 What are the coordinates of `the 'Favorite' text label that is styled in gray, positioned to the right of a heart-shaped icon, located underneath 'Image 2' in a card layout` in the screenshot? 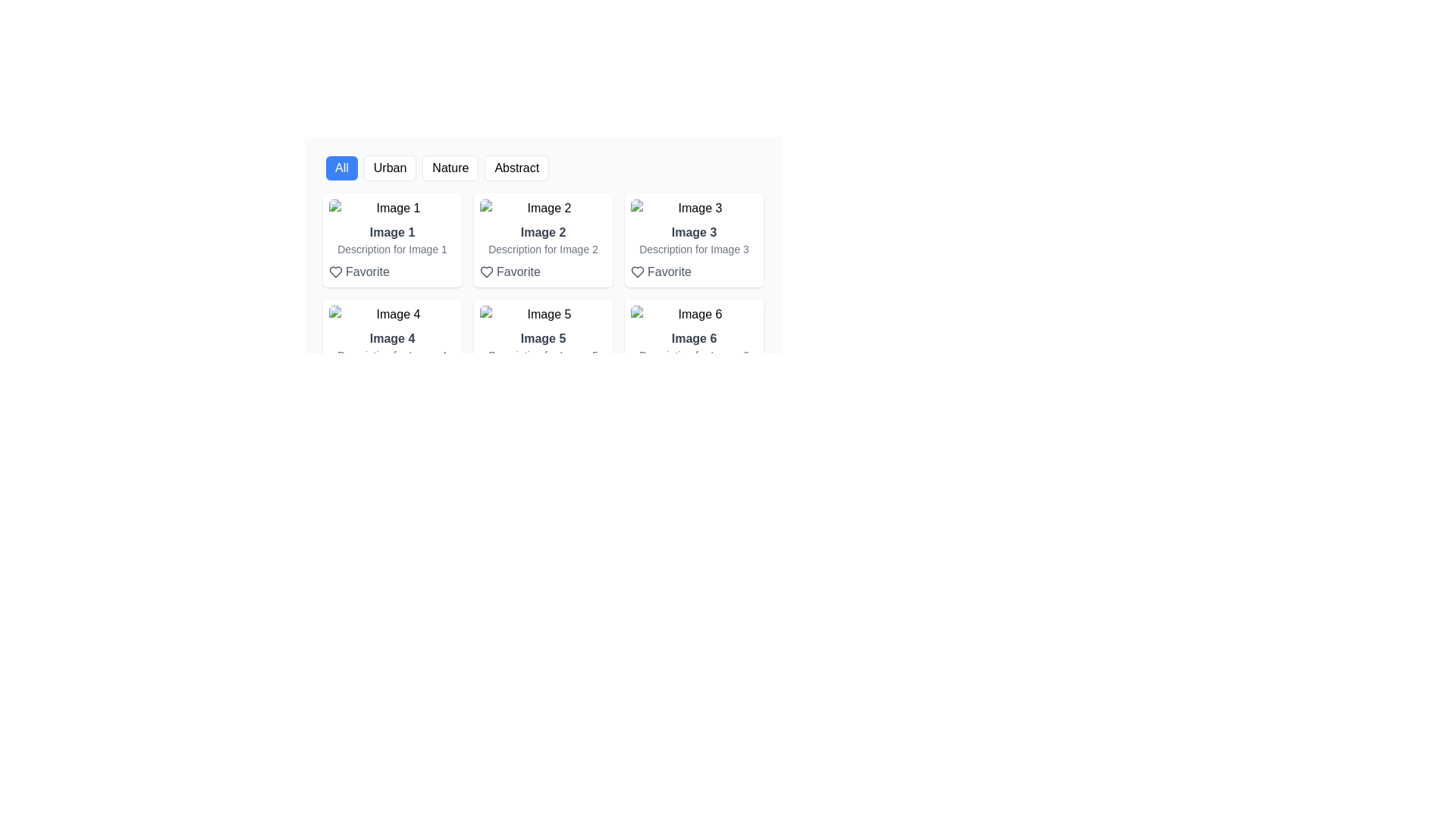 It's located at (518, 271).